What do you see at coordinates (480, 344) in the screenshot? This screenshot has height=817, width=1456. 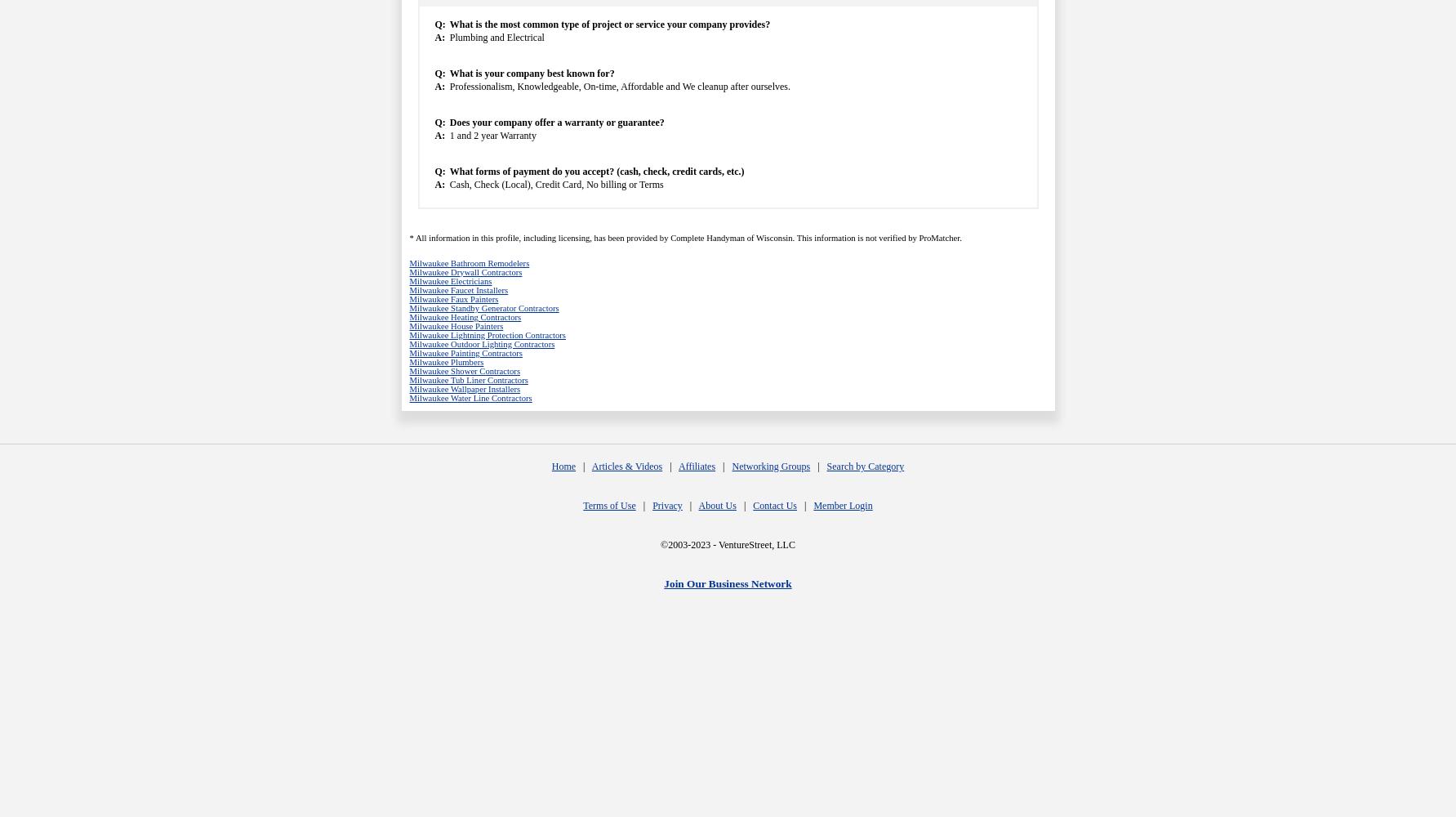 I see `'Milwaukee Outdoor Lighting Contractors'` at bounding box center [480, 344].